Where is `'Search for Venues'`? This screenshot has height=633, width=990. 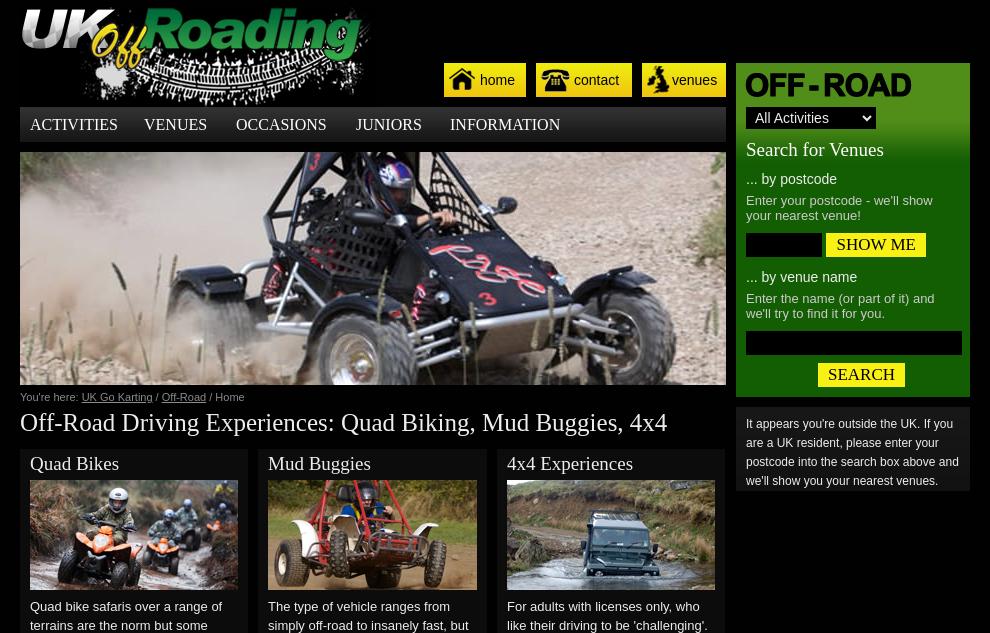 'Search for Venues' is located at coordinates (745, 148).